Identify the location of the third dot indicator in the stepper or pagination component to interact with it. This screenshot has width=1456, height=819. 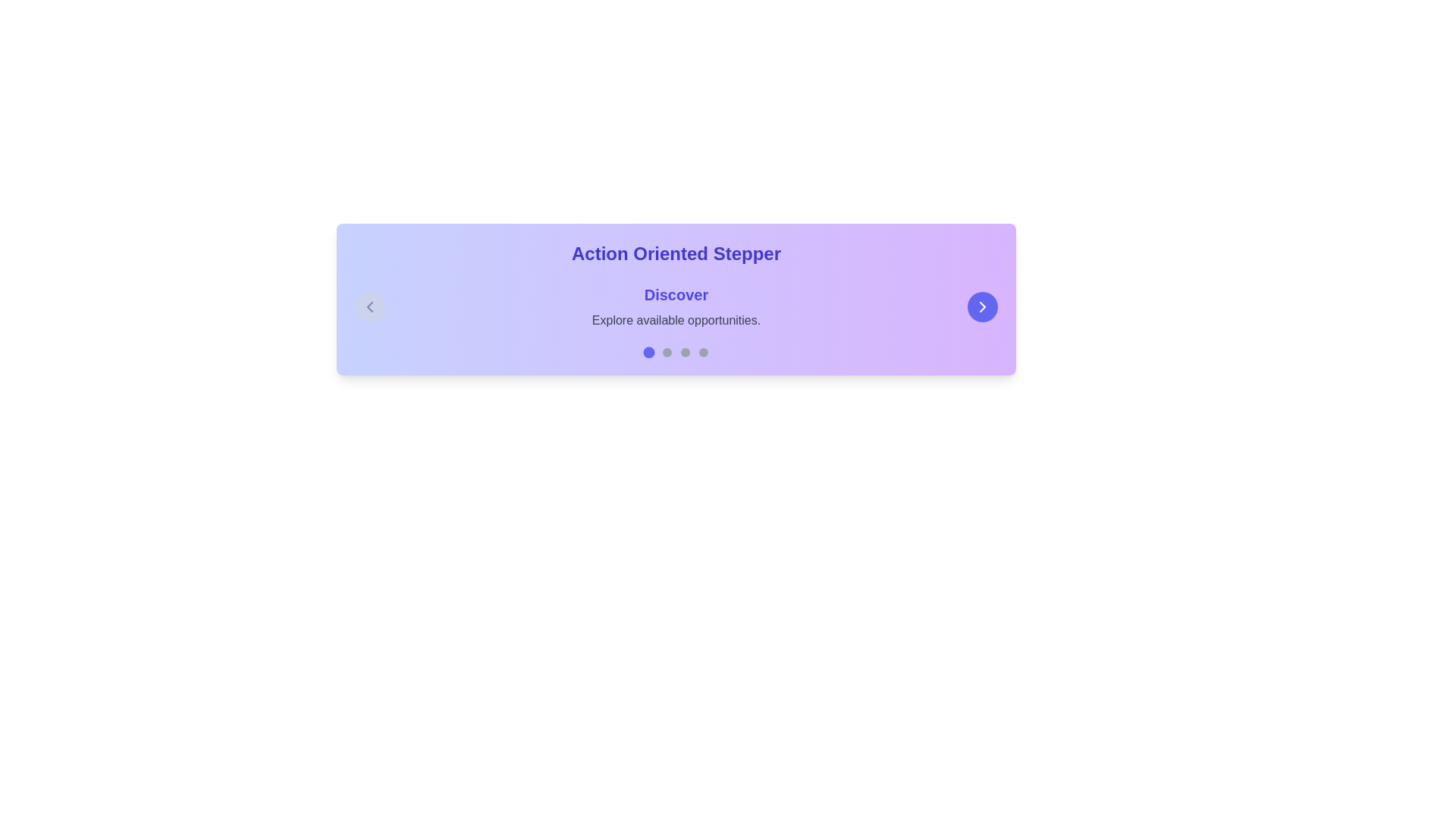
(684, 353).